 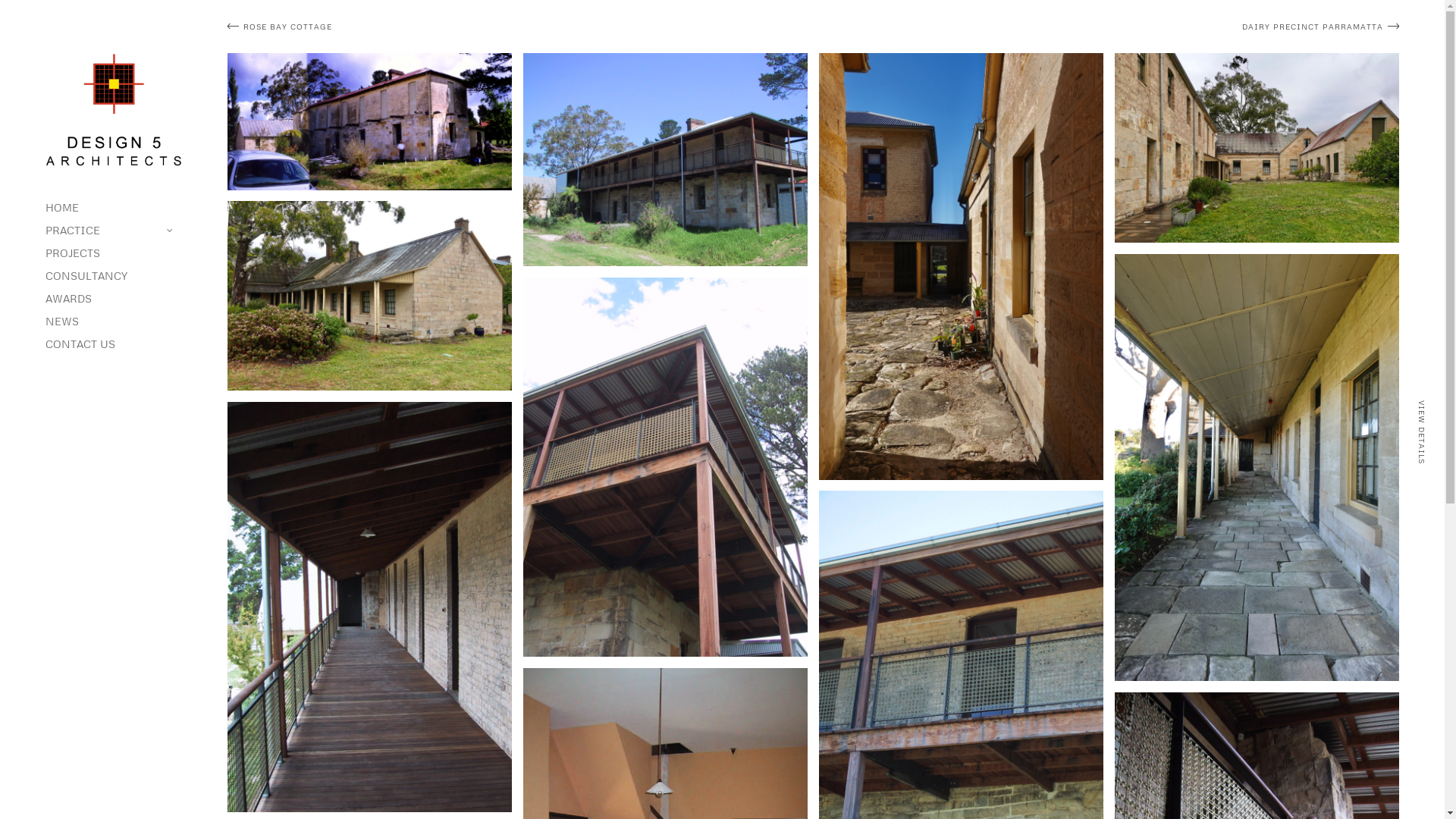 What do you see at coordinates (112, 298) in the screenshot?
I see `'AWARDS'` at bounding box center [112, 298].